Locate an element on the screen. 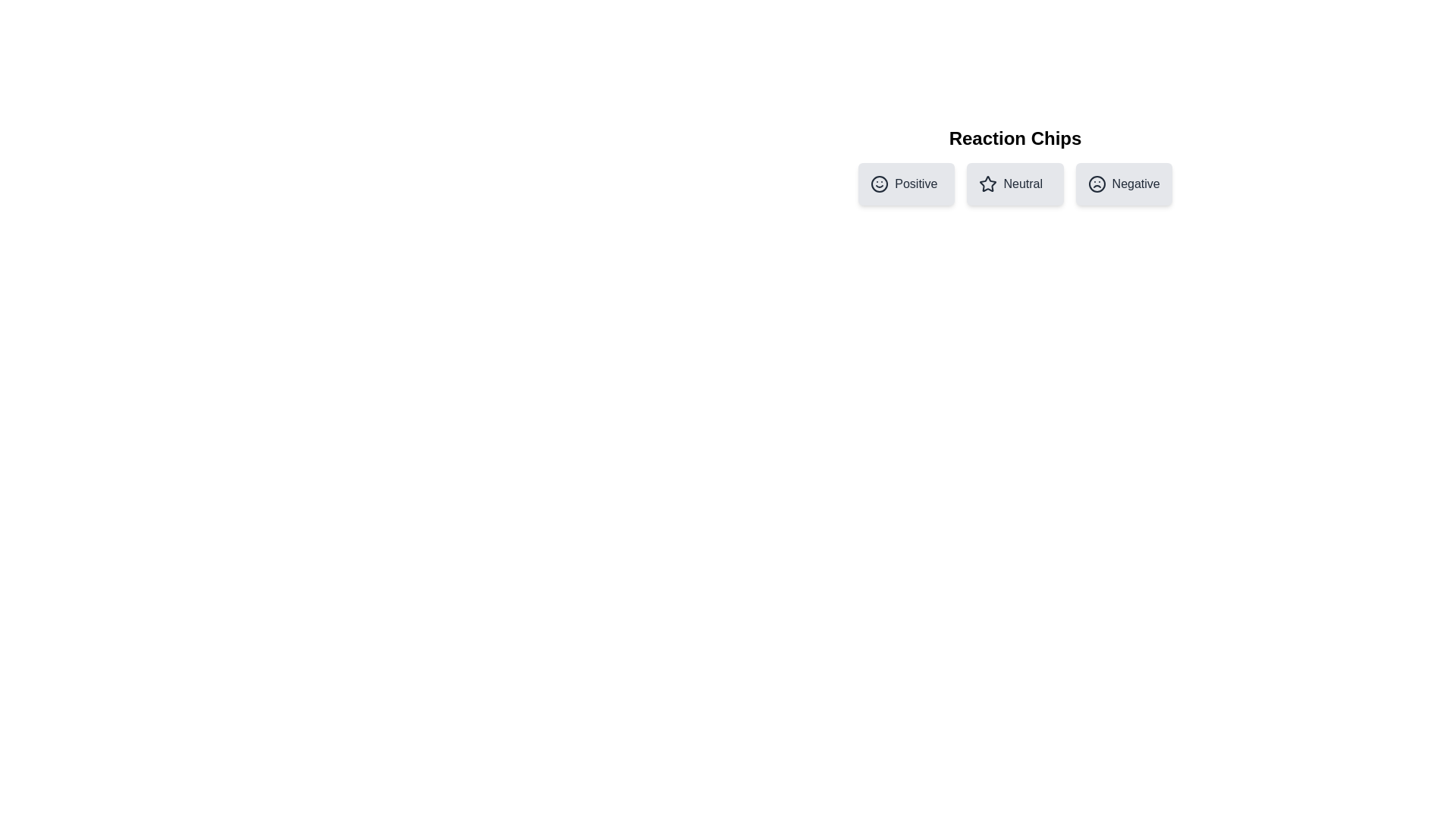 The image size is (1456, 819). the chip labeled Negative to preview its hover effect is located at coordinates (1124, 184).